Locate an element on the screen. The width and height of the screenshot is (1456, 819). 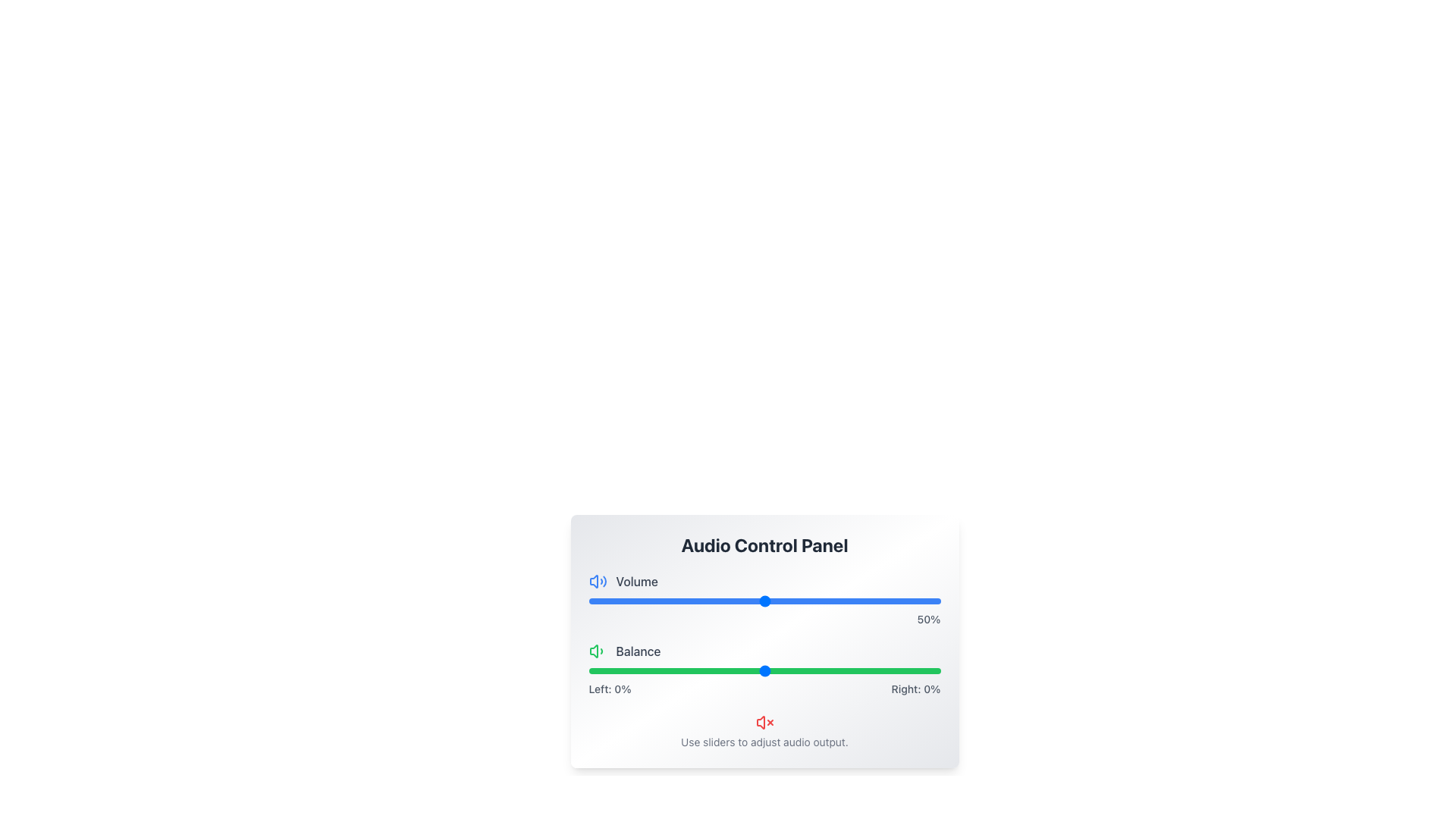
the range slider input, which is located under the 'Balance' label and between the 'Left: 0%' and 'Right: 0%' texts is located at coordinates (764, 670).